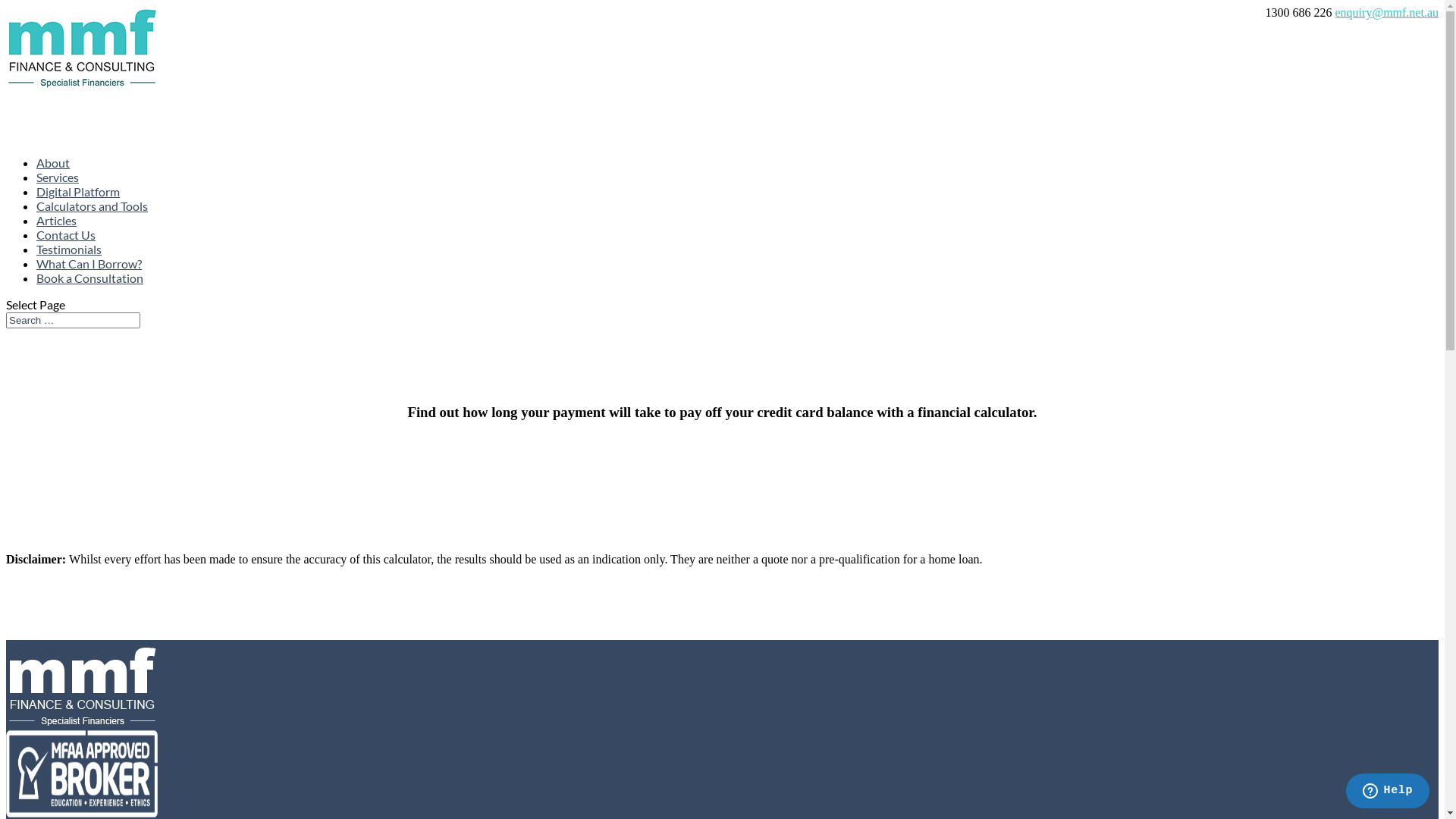 The height and width of the screenshot is (819, 1456). Describe the element at coordinates (72, 319) in the screenshot. I see `'Search for:'` at that location.